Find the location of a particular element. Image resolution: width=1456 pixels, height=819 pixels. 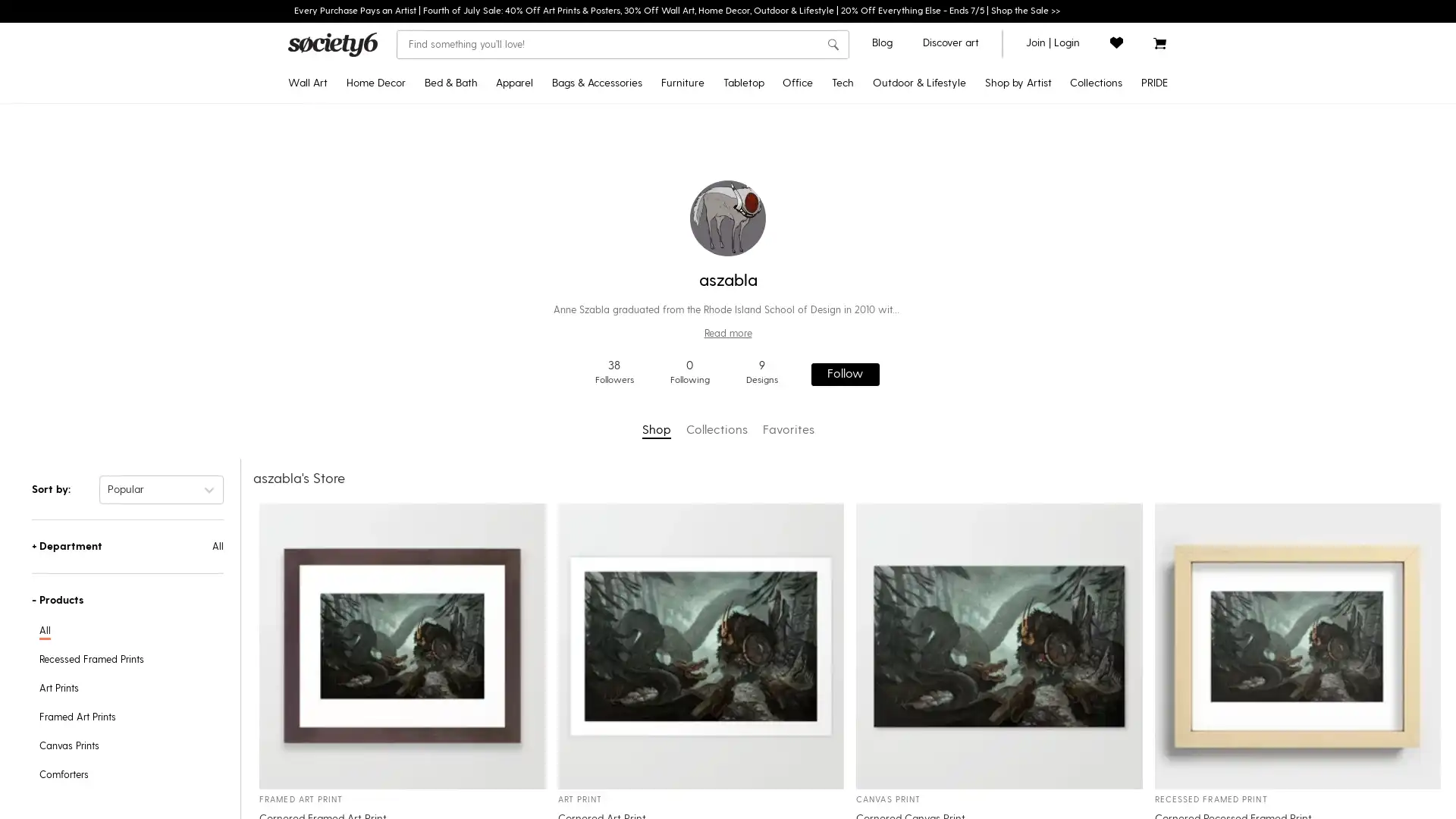

Face Masks is located at coordinates (607, 292).